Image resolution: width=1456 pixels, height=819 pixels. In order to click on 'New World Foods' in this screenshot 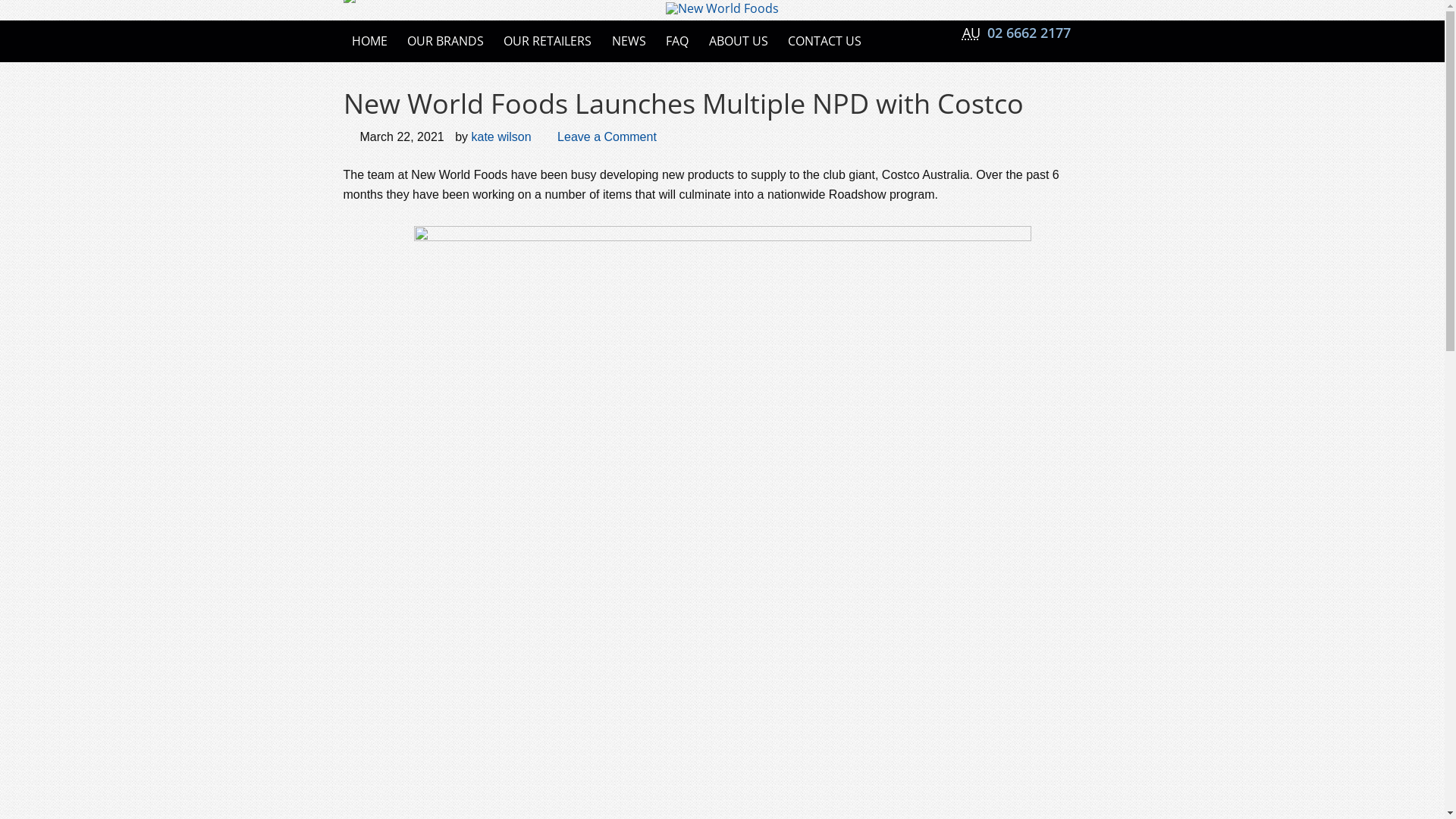, I will do `click(721, 8)`.